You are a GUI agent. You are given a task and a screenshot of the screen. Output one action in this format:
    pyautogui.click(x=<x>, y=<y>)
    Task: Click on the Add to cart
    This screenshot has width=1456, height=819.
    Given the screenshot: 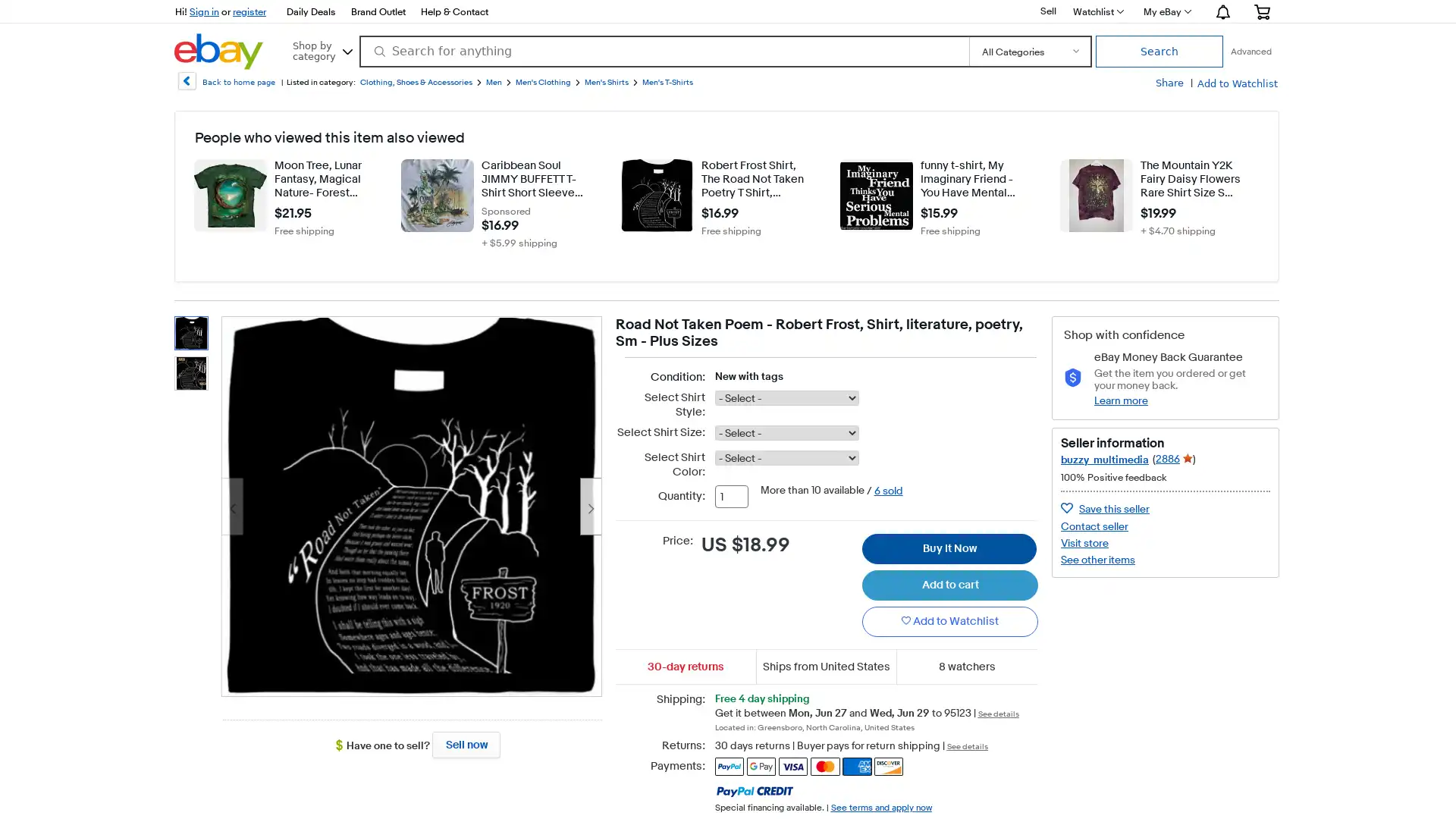 What is the action you would take?
    pyautogui.click(x=949, y=584)
    